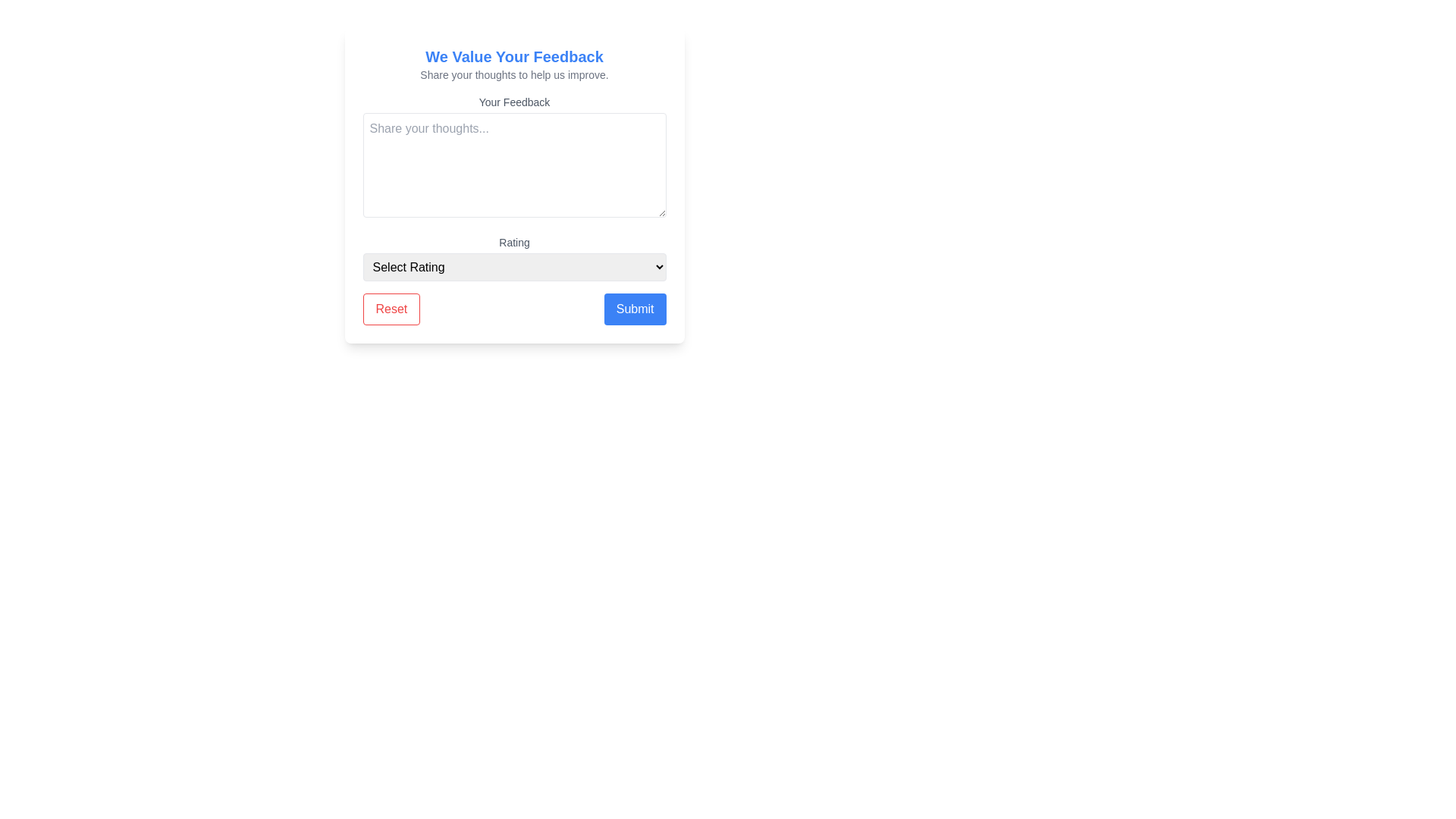 The image size is (1456, 819). What do you see at coordinates (514, 242) in the screenshot?
I see `the label that indicates the purpose of selecting a rating, positioned between a text input field and a dropdown control in the form layout` at bounding box center [514, 242].